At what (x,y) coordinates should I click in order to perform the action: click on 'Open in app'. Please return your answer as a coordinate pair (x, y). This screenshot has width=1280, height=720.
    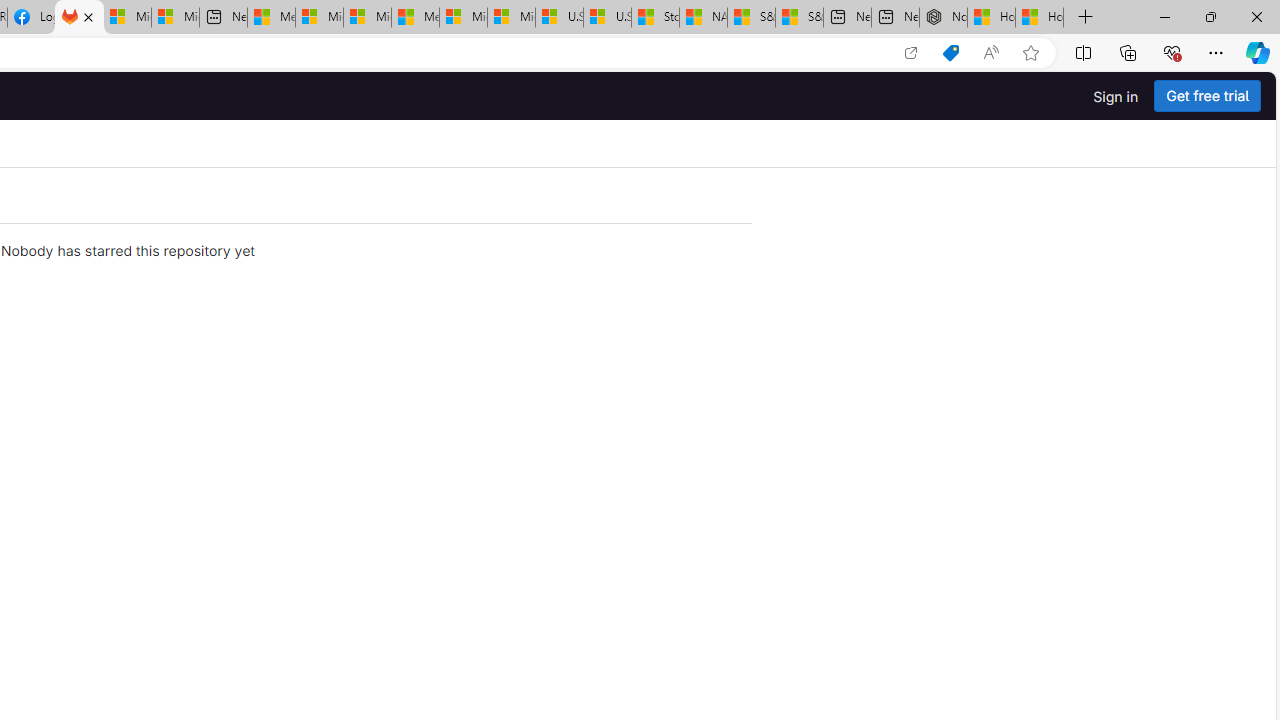
    Looking at the image, I should click on (909, 52).